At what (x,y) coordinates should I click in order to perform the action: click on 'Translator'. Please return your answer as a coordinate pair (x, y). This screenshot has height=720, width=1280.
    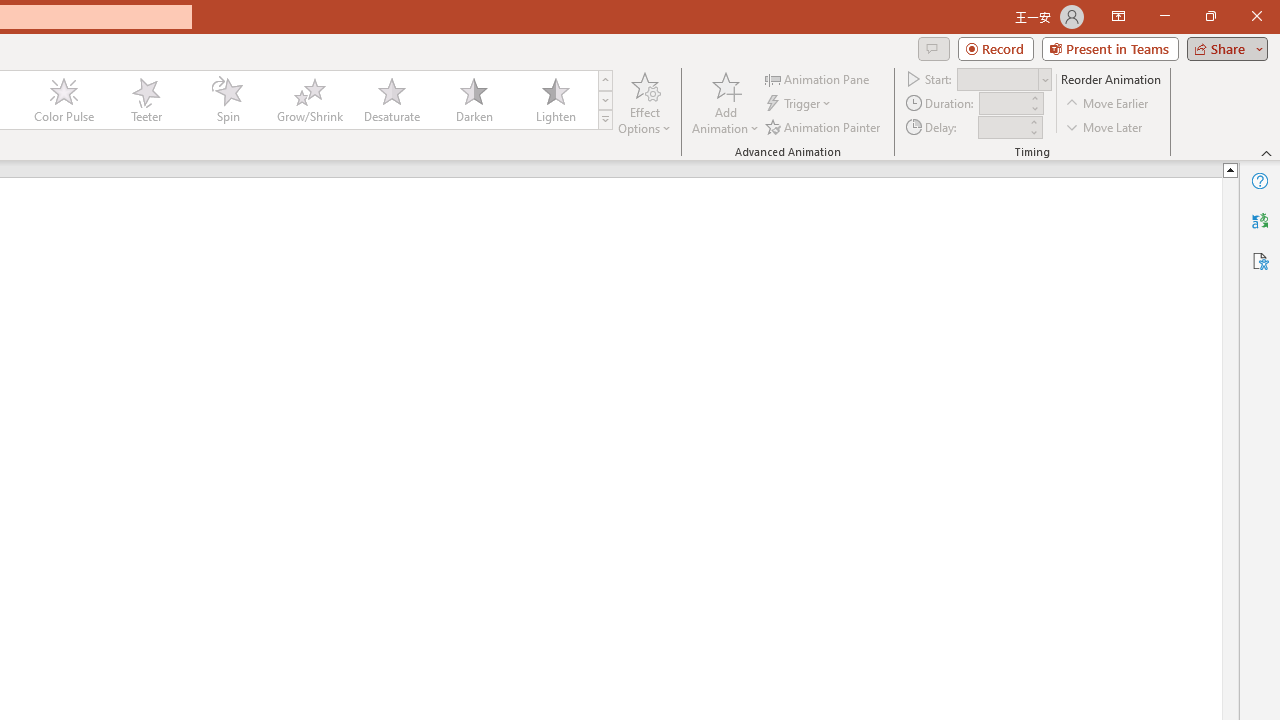
    Looking at the image, I should click on (1259, 221).